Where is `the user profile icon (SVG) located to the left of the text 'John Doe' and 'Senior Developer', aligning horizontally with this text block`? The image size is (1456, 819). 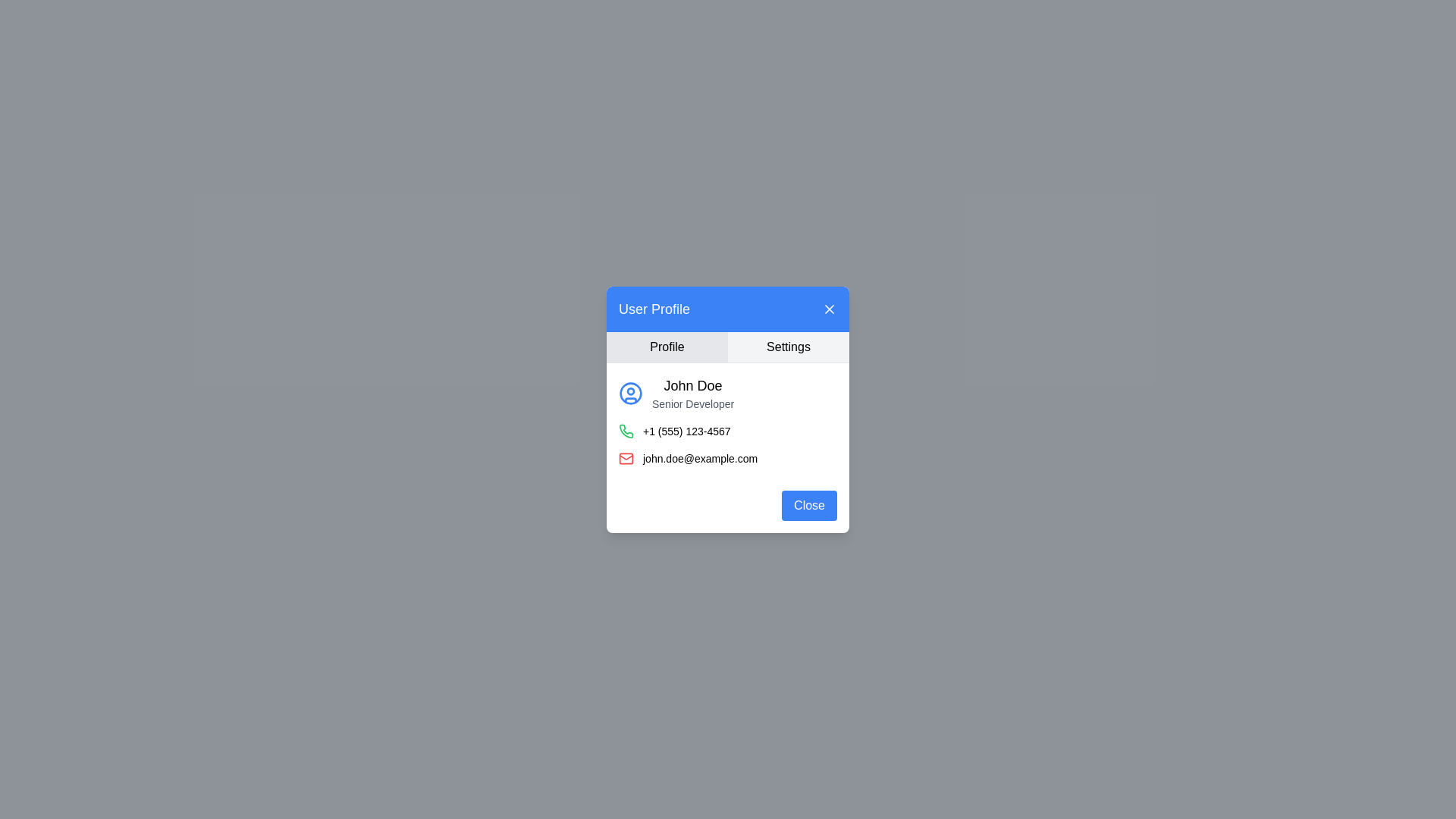
the user profile icon (SVG) located to the left of the text 'John Doe' and 'Senior Developer', aligning horizontally with this text block is located at coordinates (630, 392).